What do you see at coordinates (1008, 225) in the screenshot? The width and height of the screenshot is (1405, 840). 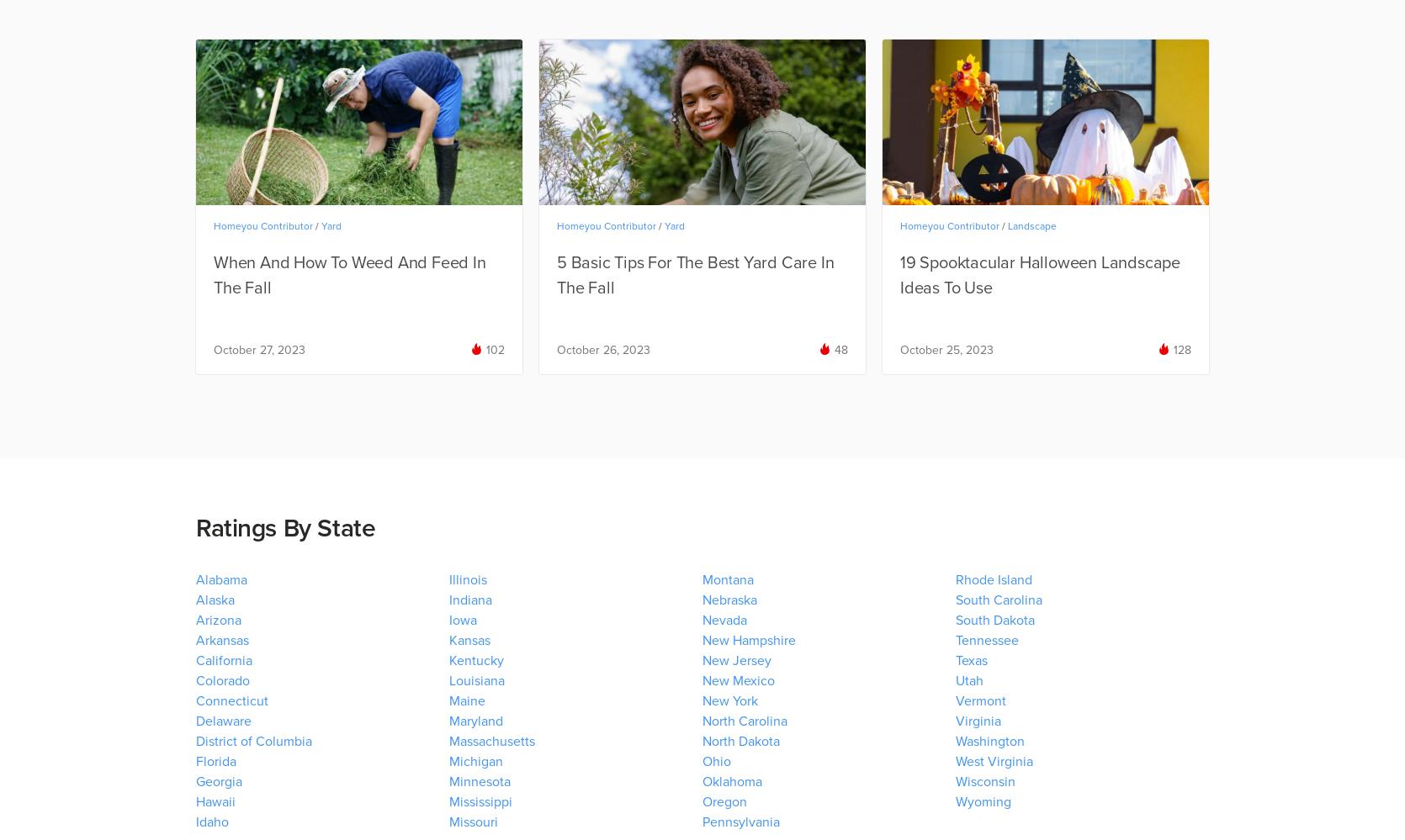 I see `'Landscape'` at bounding box center [1008, 225].